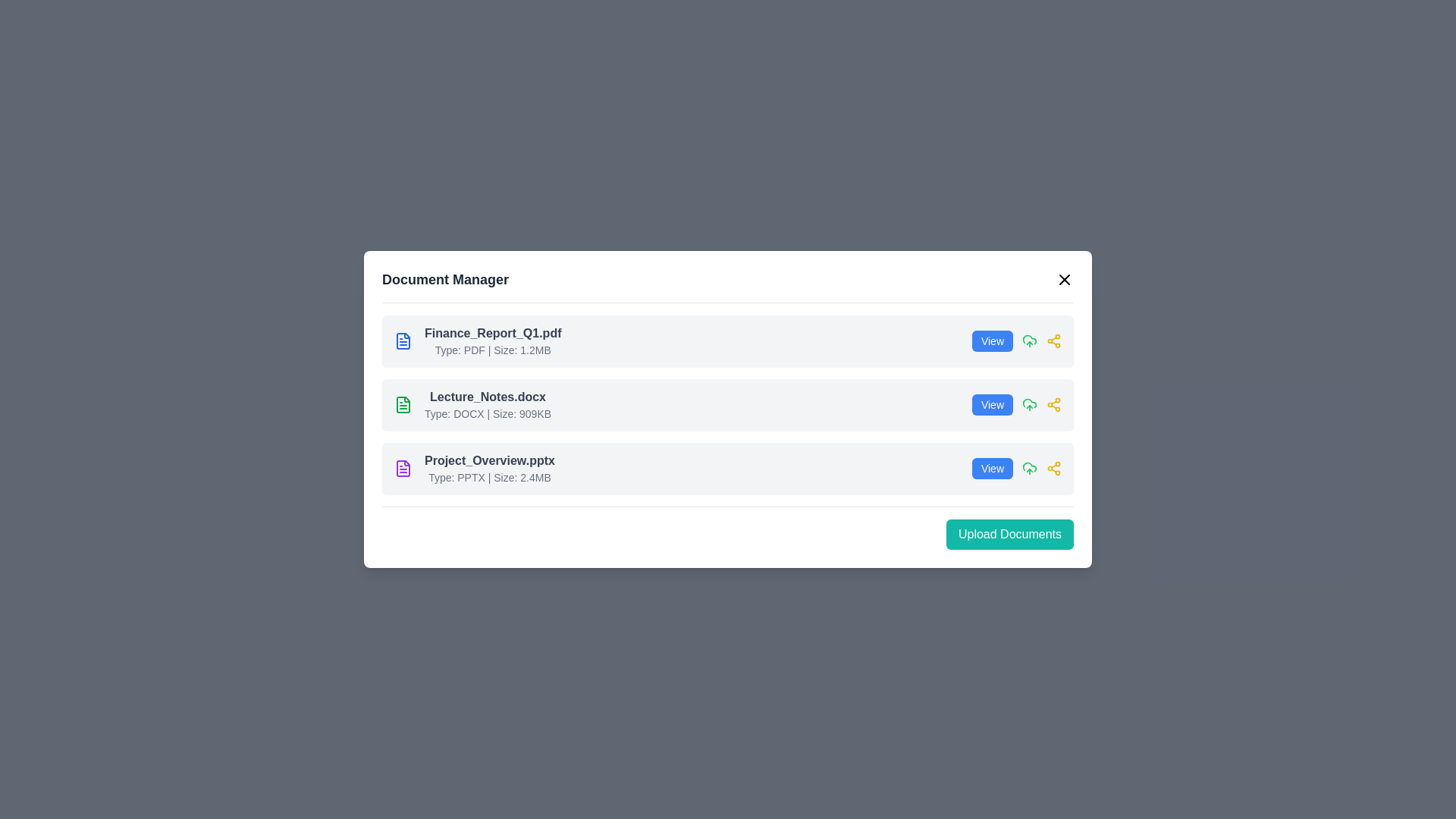 The image size is (1456, 819). I want to click on the diagonal line of the 'X' icon located at the top-right corner of the modal dialog box, so click(1063, 280).